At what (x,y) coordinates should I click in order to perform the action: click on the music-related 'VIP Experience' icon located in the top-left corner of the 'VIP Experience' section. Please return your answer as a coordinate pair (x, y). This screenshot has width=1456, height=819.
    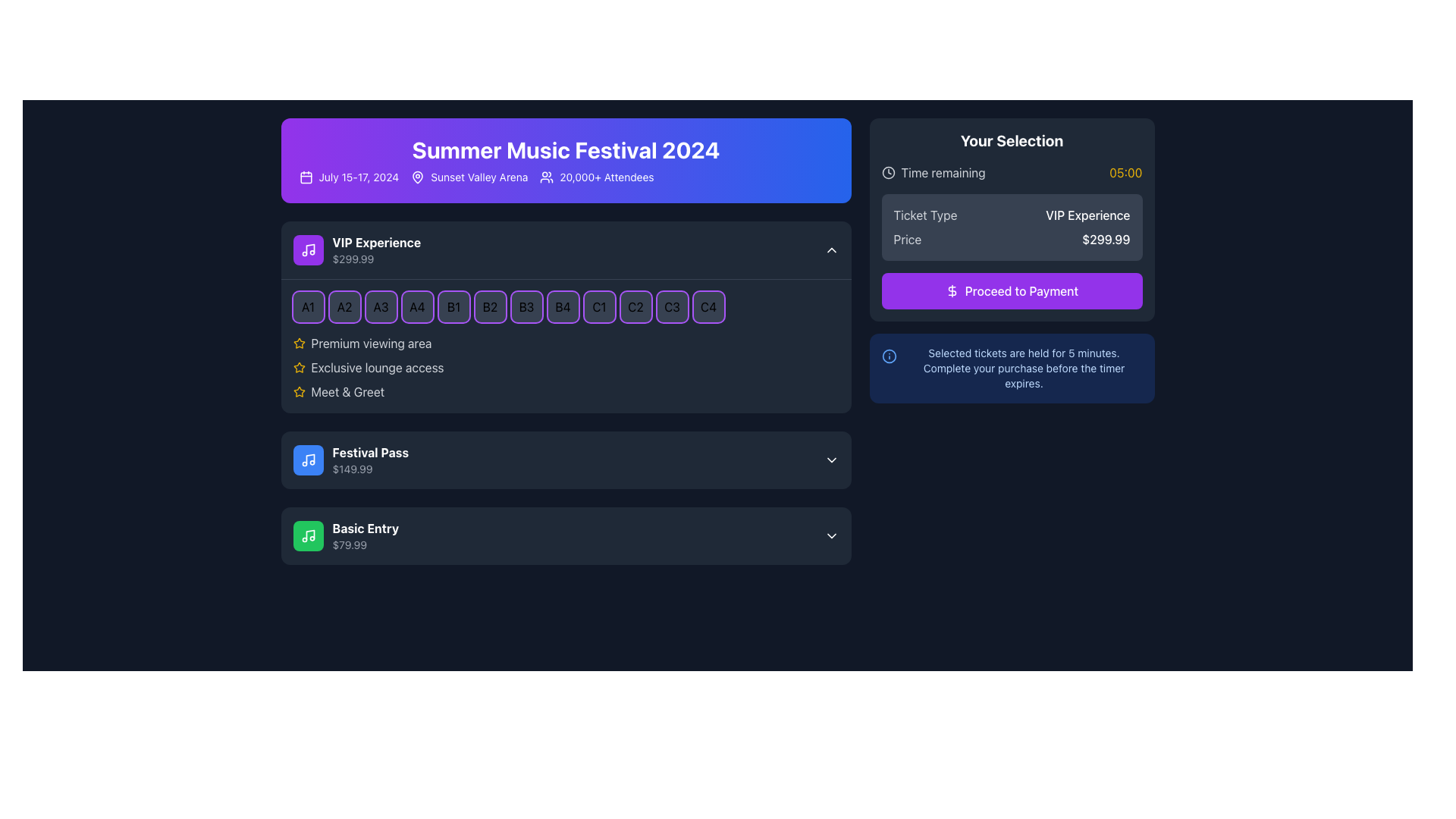
    Looking at the image, I should click on (307, 249).